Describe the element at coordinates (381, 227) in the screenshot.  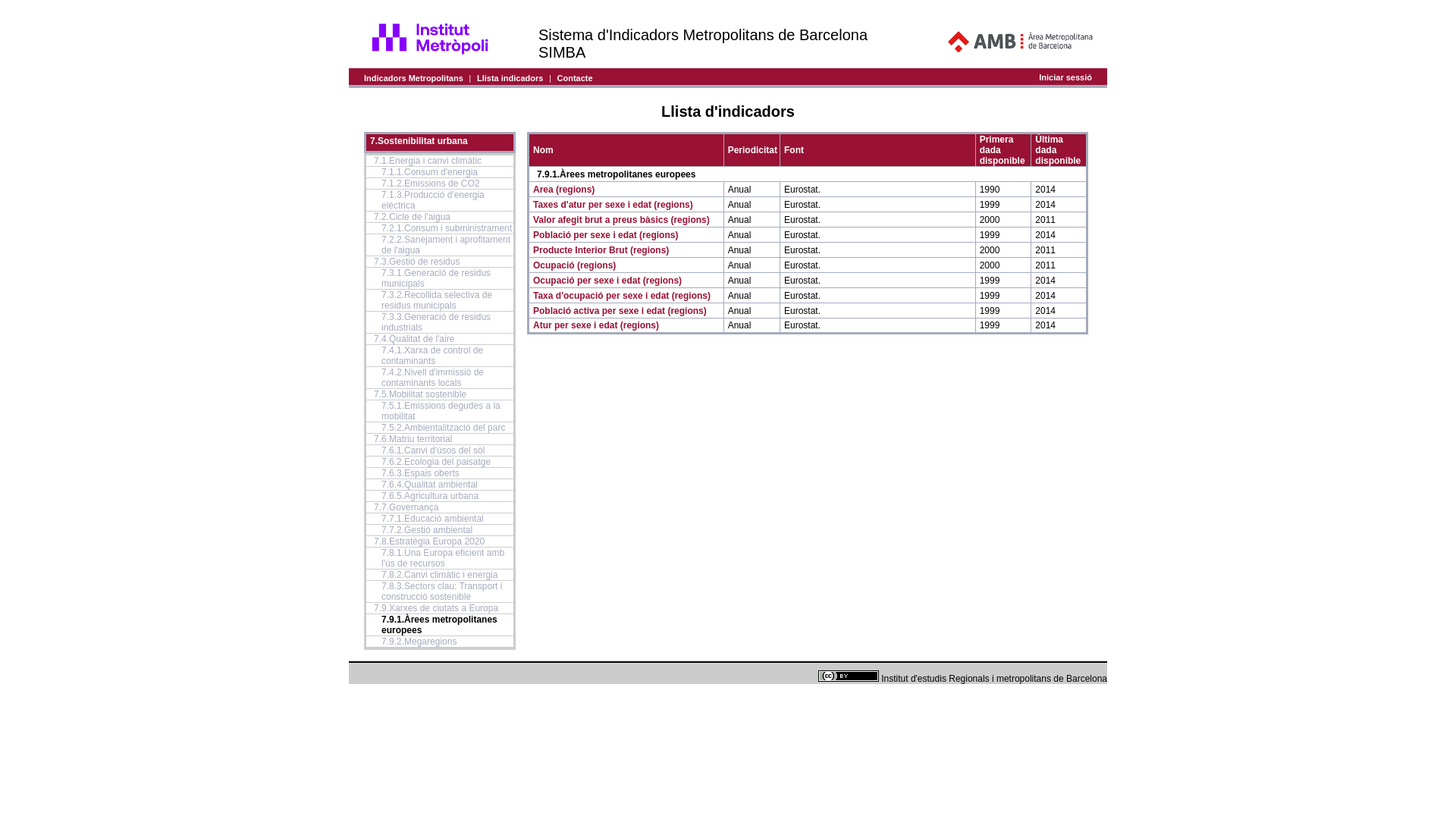
I see `'7.2.1.Consum i subministrament'` at that location.